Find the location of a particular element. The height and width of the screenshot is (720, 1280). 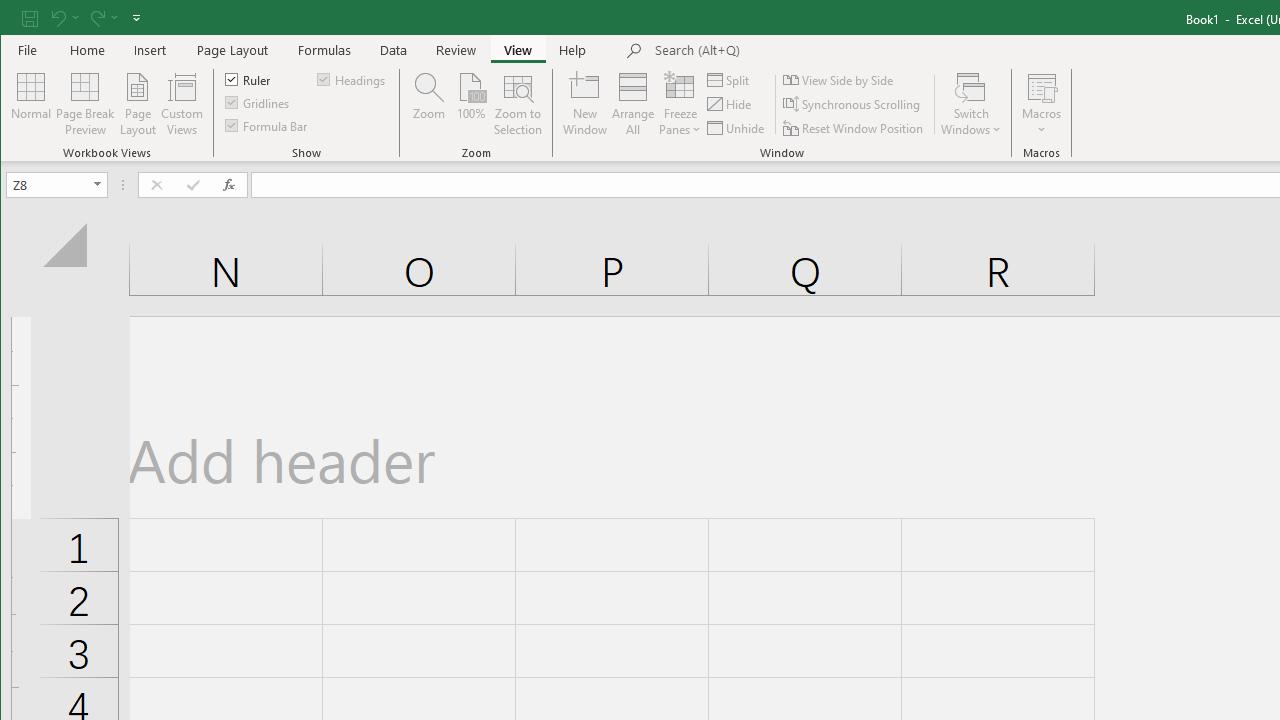

'Switch Windows' is located at coordinates (971, 104).